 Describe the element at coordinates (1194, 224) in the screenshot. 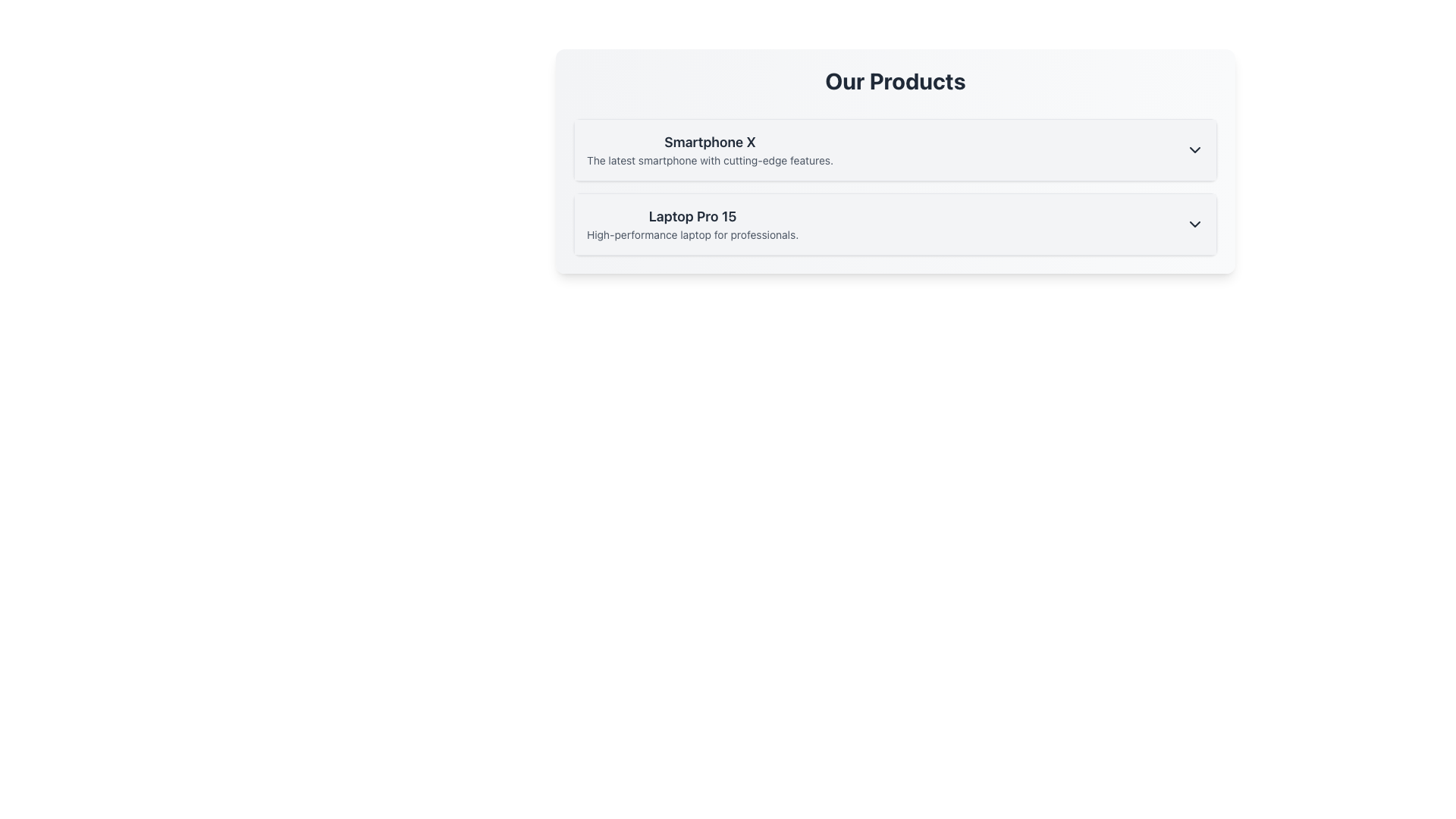

I see `the dropdown toggle icon located in the top-right corner of the 'Laptop Pro 15' card` at that location.